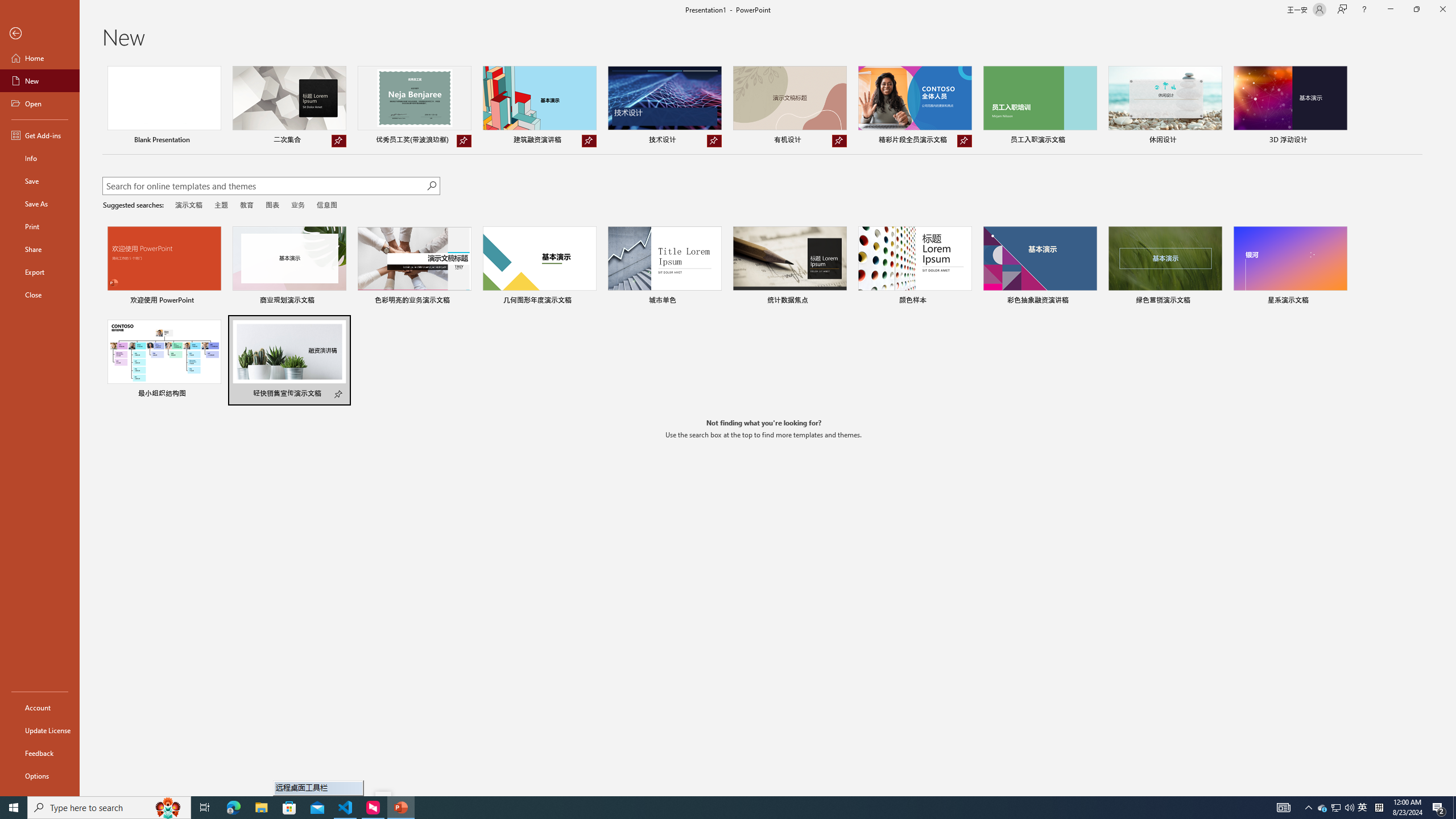  Describe the element at coordinates (39, 33) in the screenshot. I see `'Back'` at that location.